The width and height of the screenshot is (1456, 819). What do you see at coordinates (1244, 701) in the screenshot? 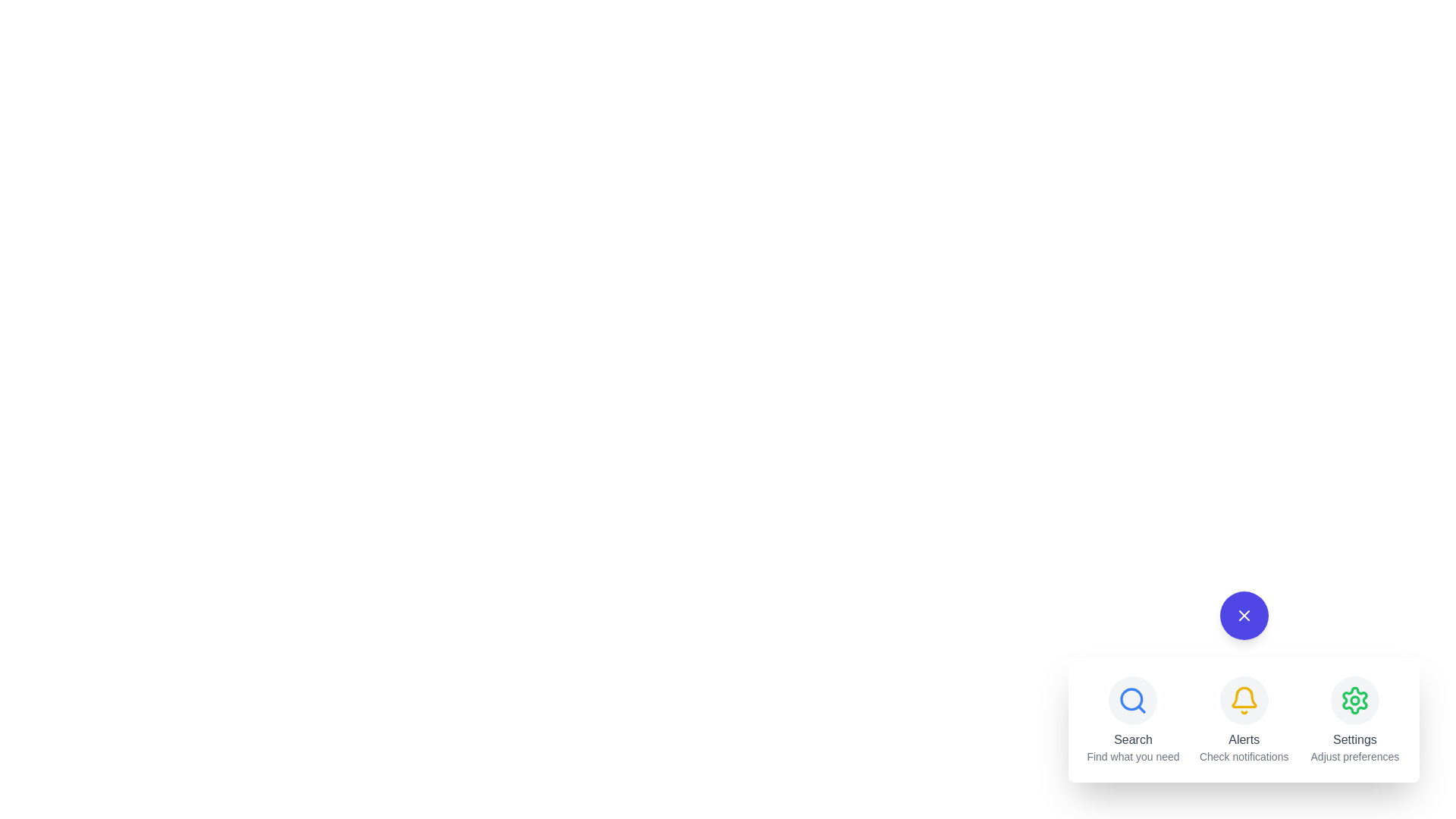
I see `the Alerts icon to observe its hover effect` at bounding box center [1244, 701].